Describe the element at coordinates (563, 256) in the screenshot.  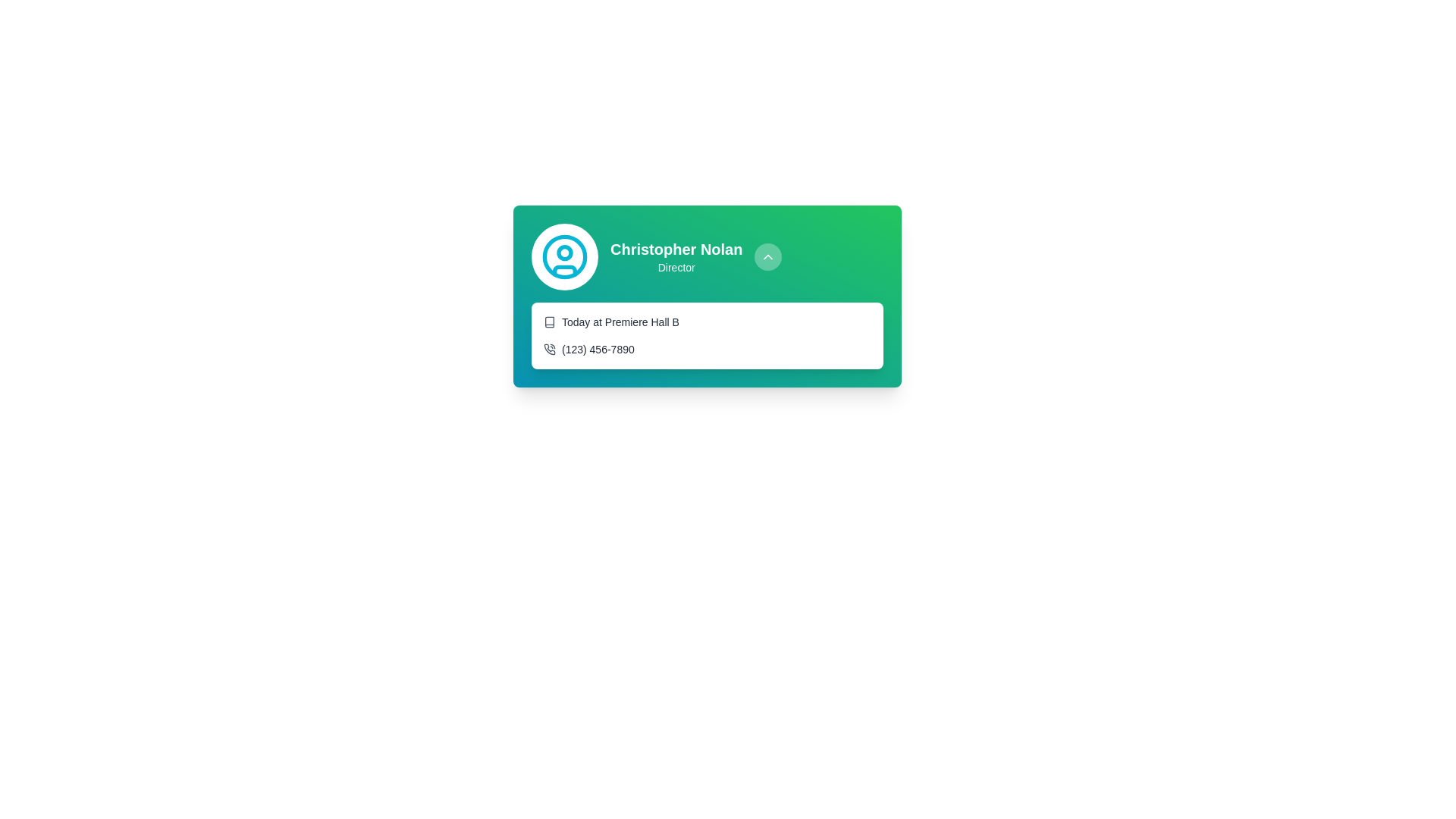
I see `the circular SVG element with a cyan outline that is centrally positioned within the user profile icon` at that location.